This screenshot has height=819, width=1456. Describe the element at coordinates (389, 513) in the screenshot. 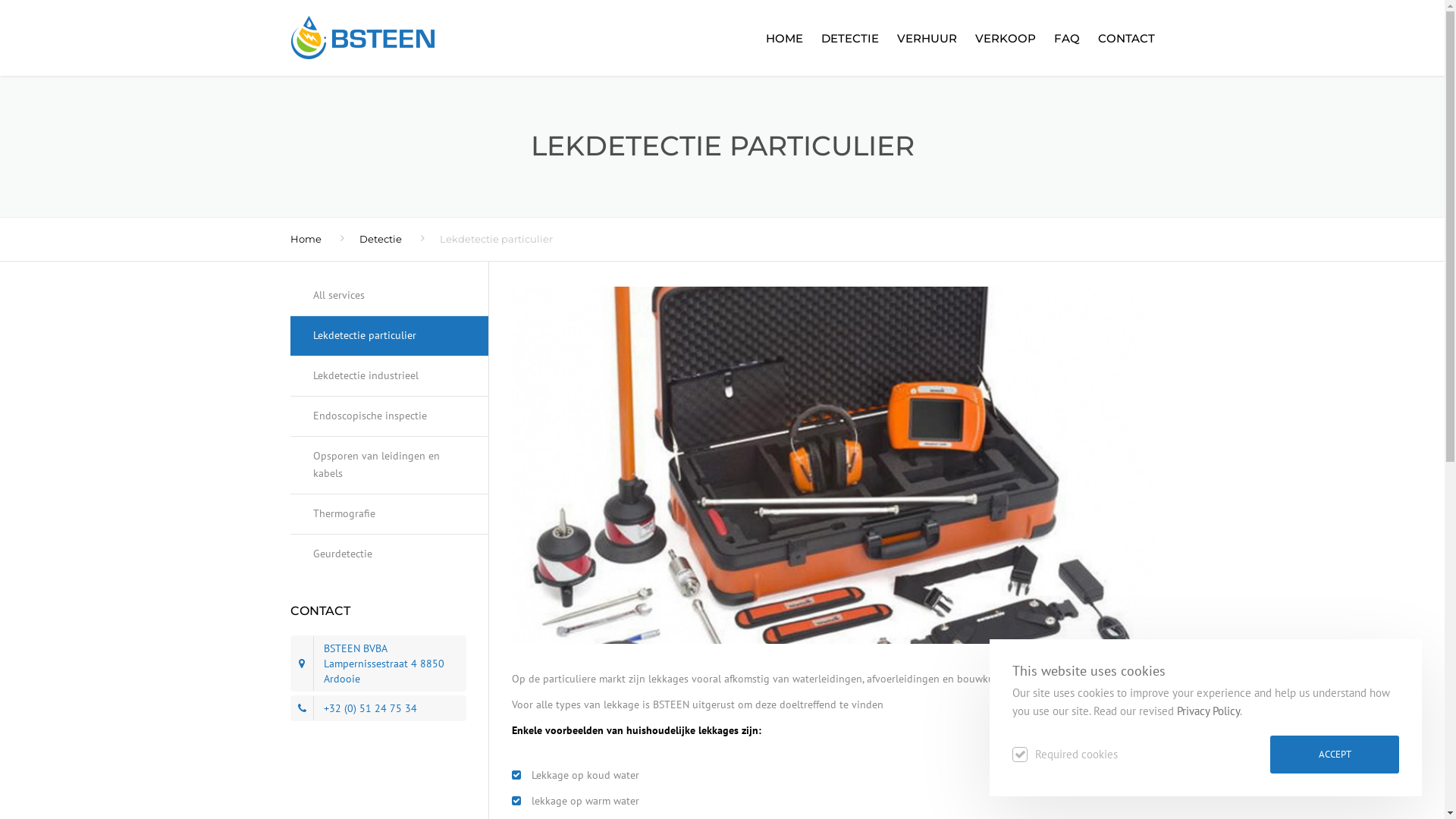

I see `'Thermografie'` at that location.